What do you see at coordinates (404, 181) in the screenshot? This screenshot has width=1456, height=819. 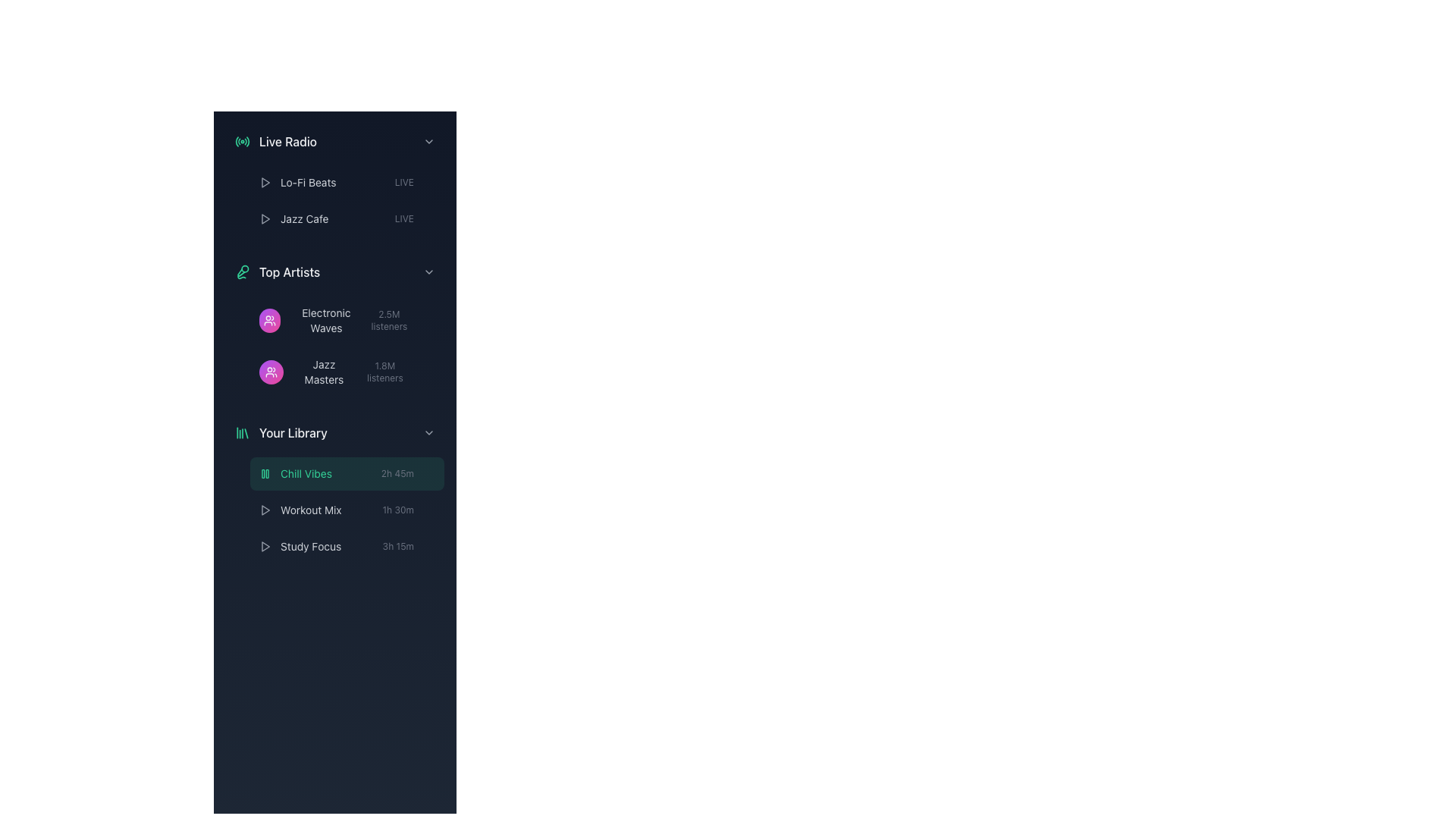 I see `the 'LIVE' text label that is styled with a small font size and light gray color, located to the right of the 'Jazz Cafe' item in the 'Live Radio' section` at bounding box center [404, 181].